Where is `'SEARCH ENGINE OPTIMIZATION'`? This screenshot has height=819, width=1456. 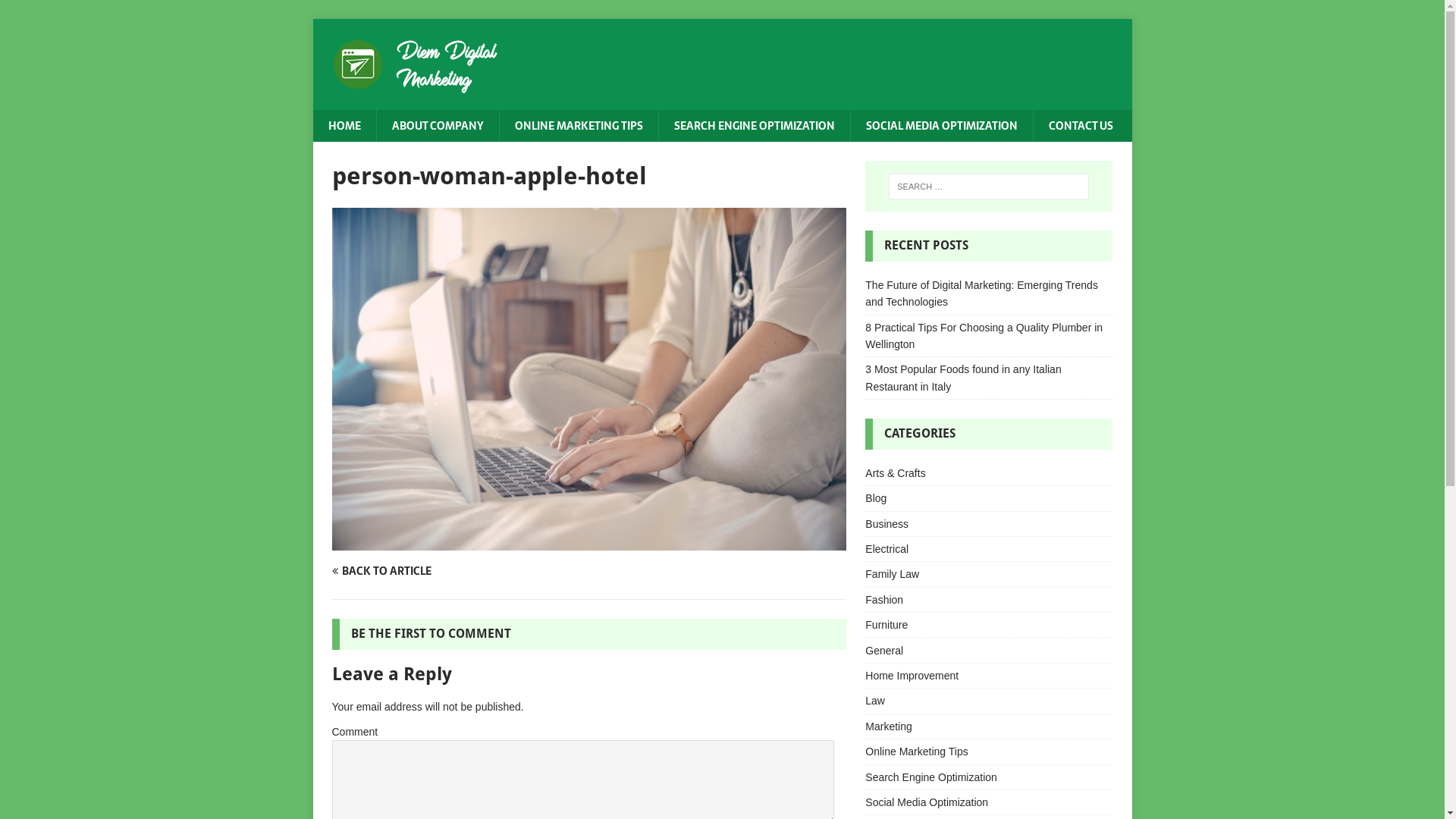
'SEARCH ENGINE OPTIMIZATION' is located at coordinates (658, 124).